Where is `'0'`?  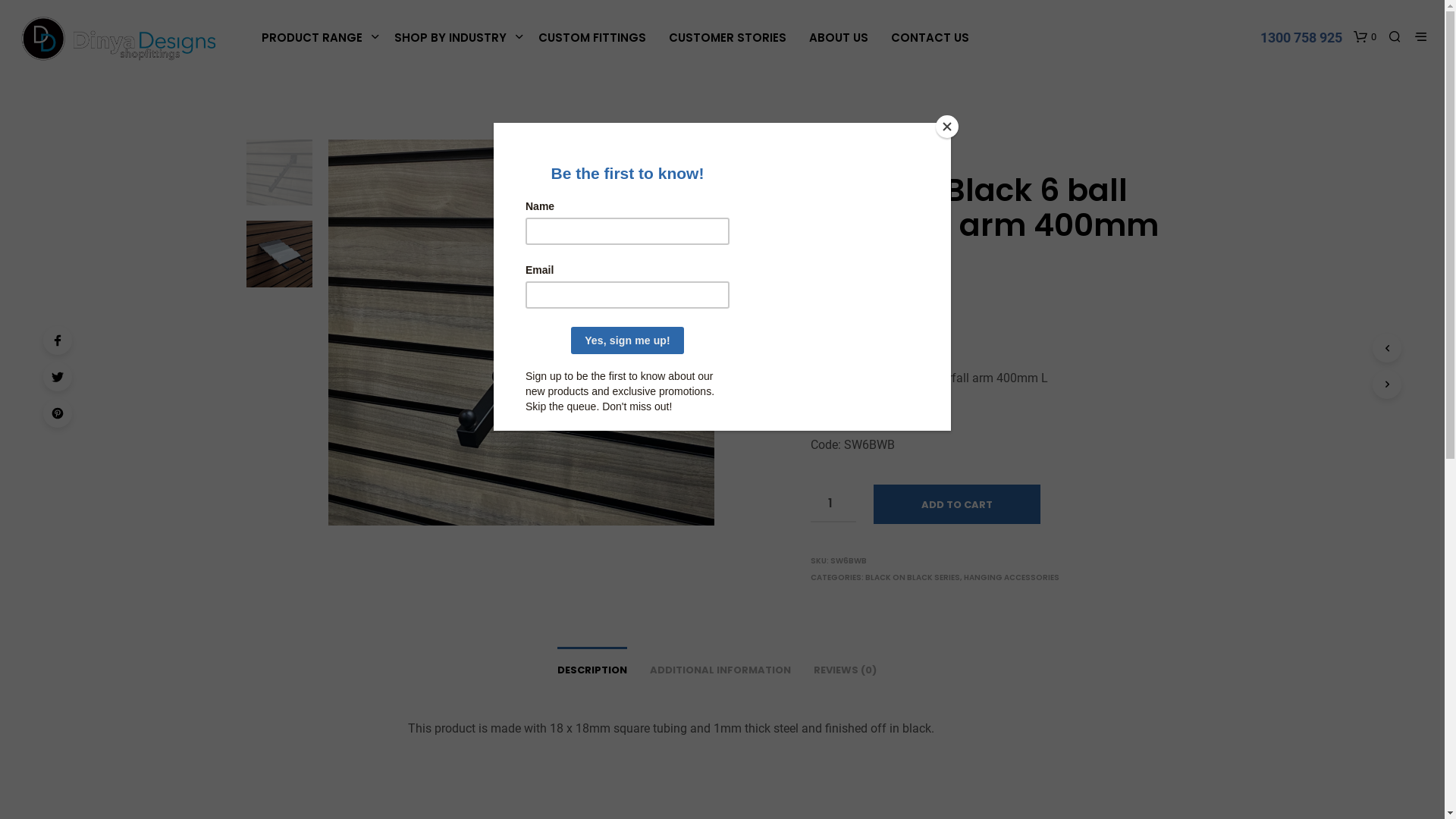
'0' is located at coordinates (1354, 36).